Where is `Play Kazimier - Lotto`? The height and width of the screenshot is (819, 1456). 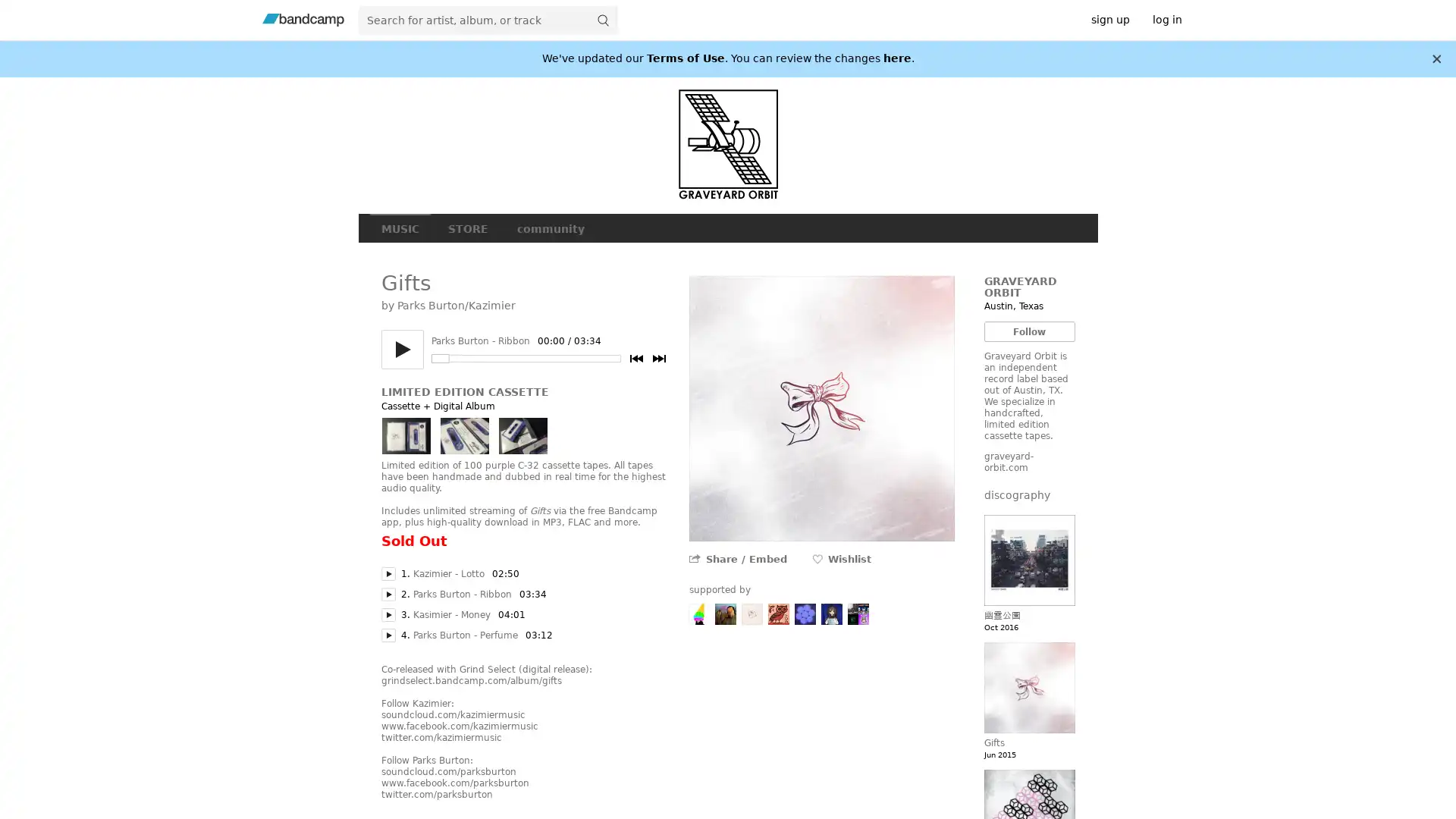 Play Kazimier - Lotto is located at coordinates (388, 573).